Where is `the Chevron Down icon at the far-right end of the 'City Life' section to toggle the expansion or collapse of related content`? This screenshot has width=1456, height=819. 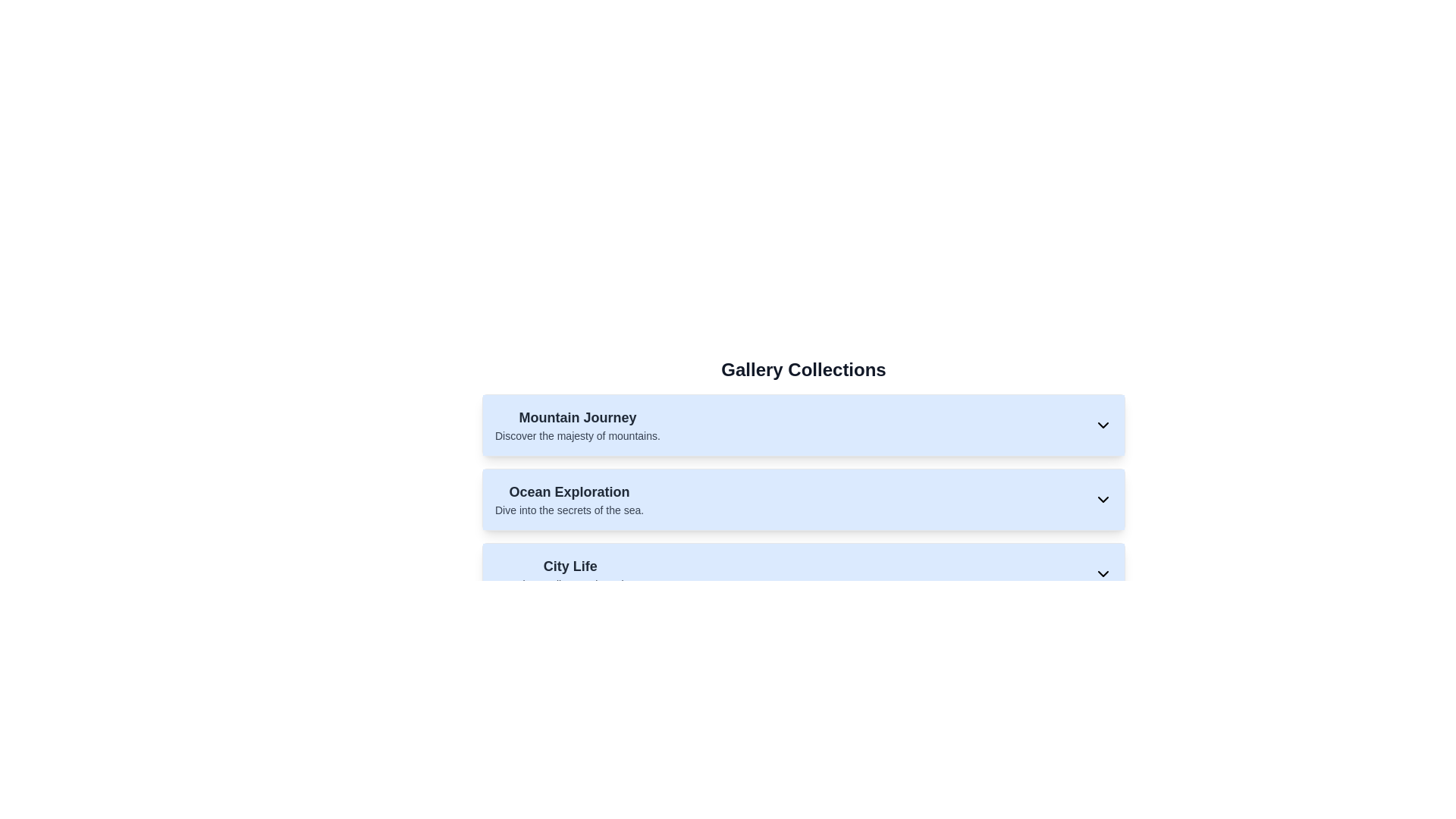
the Chevron Down icon at the far-right end of the 'City Life' section to toggle the expansion or collapse of related content is located at coordinates (1103, 573).